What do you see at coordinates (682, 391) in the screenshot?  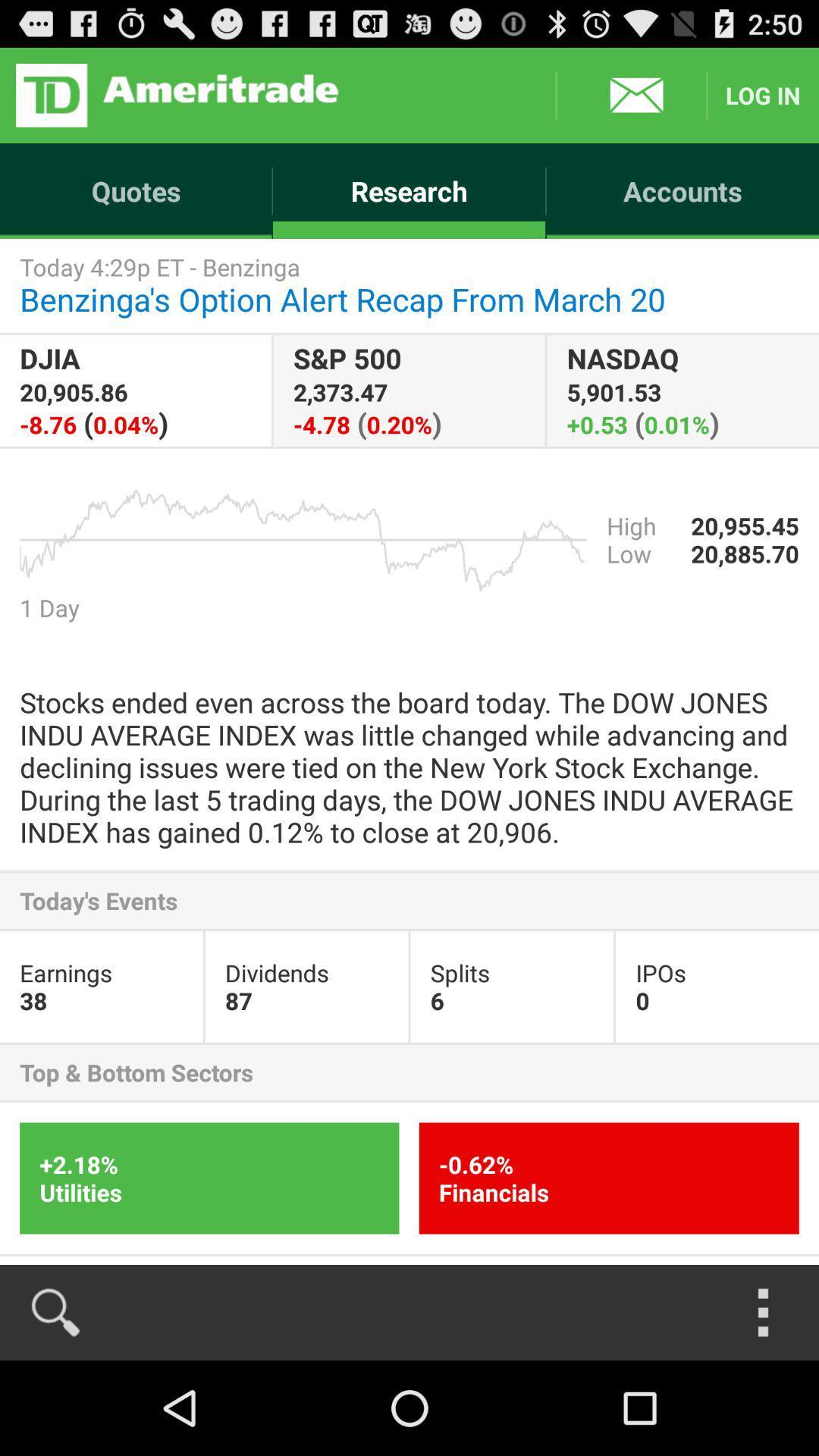 I see `nasdaq 5 901 app` at bounding box center [682, 391].